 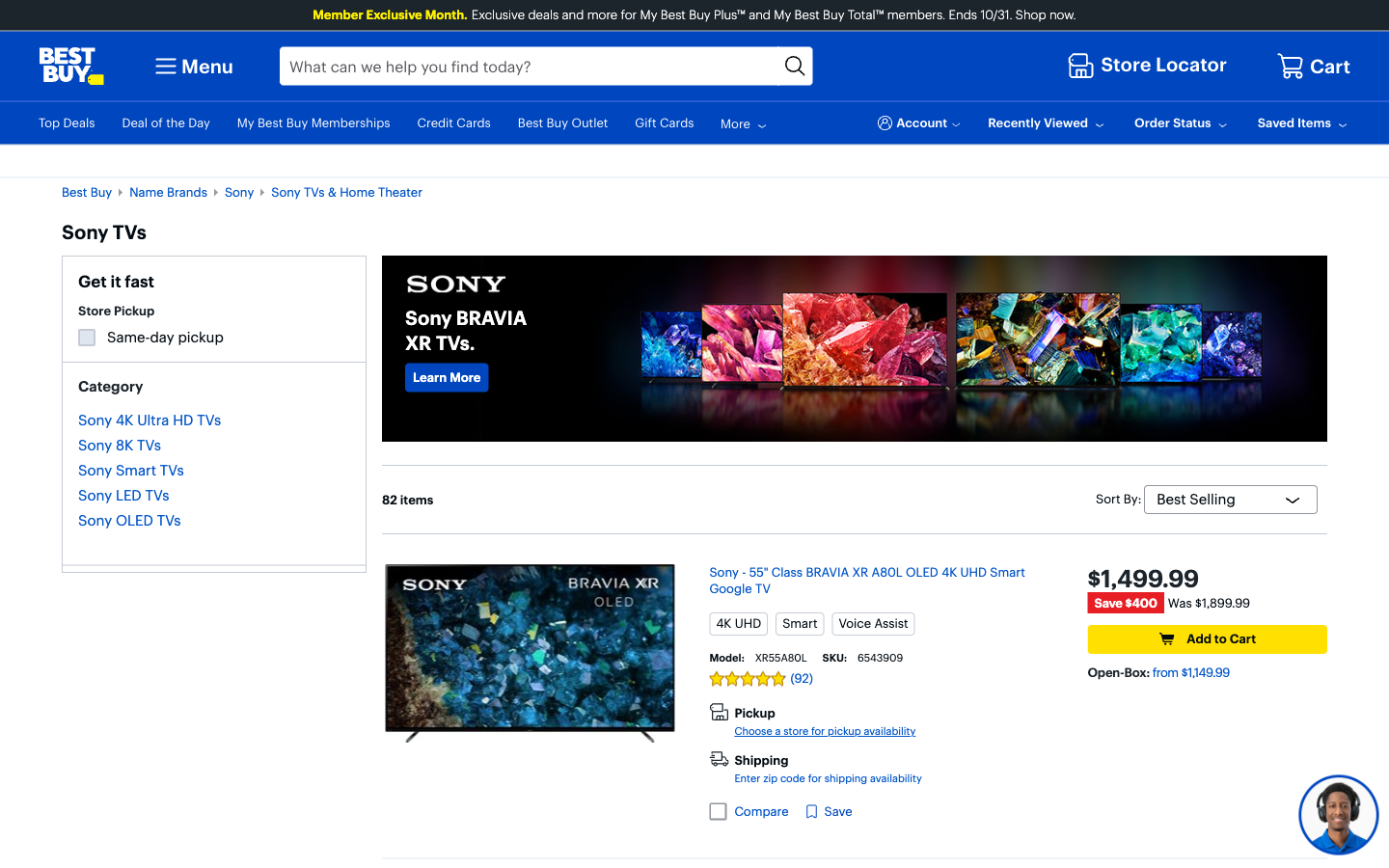 I want to click on the first item listed in the recently viewed menu, so click(x=1047, y=122).